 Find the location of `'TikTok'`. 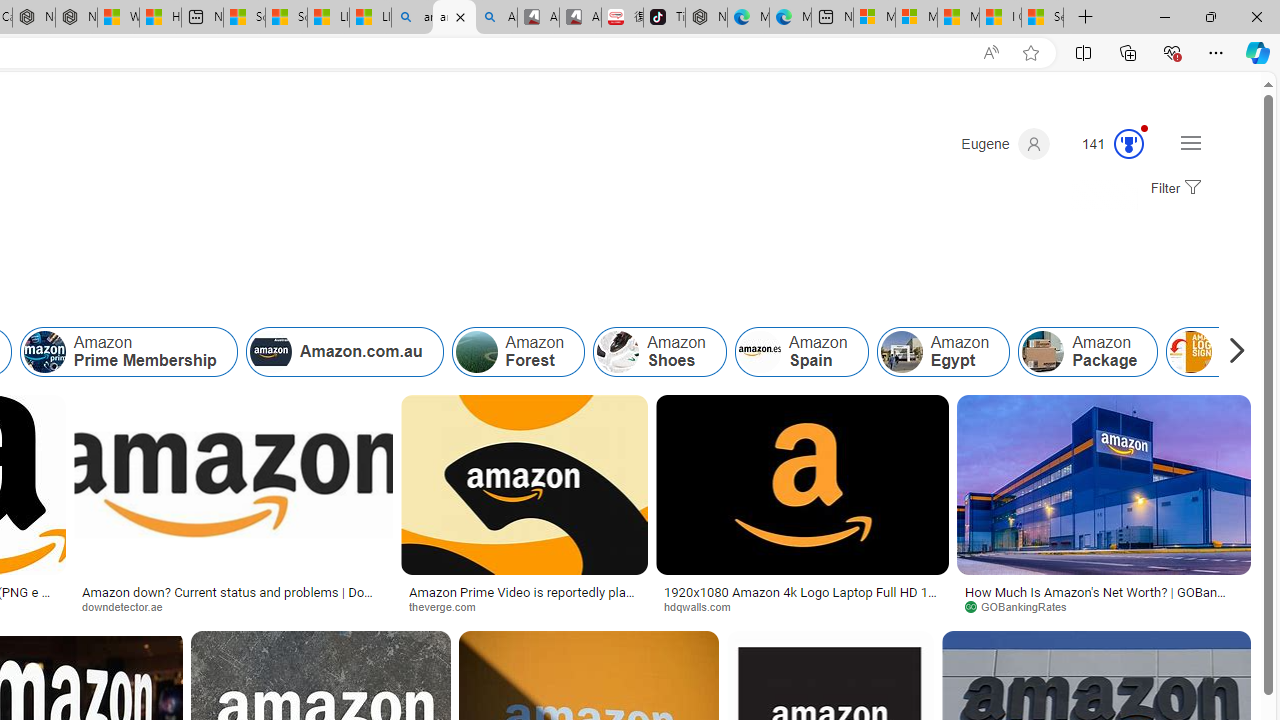

'TikTok' is located at coordinates (664, 17).